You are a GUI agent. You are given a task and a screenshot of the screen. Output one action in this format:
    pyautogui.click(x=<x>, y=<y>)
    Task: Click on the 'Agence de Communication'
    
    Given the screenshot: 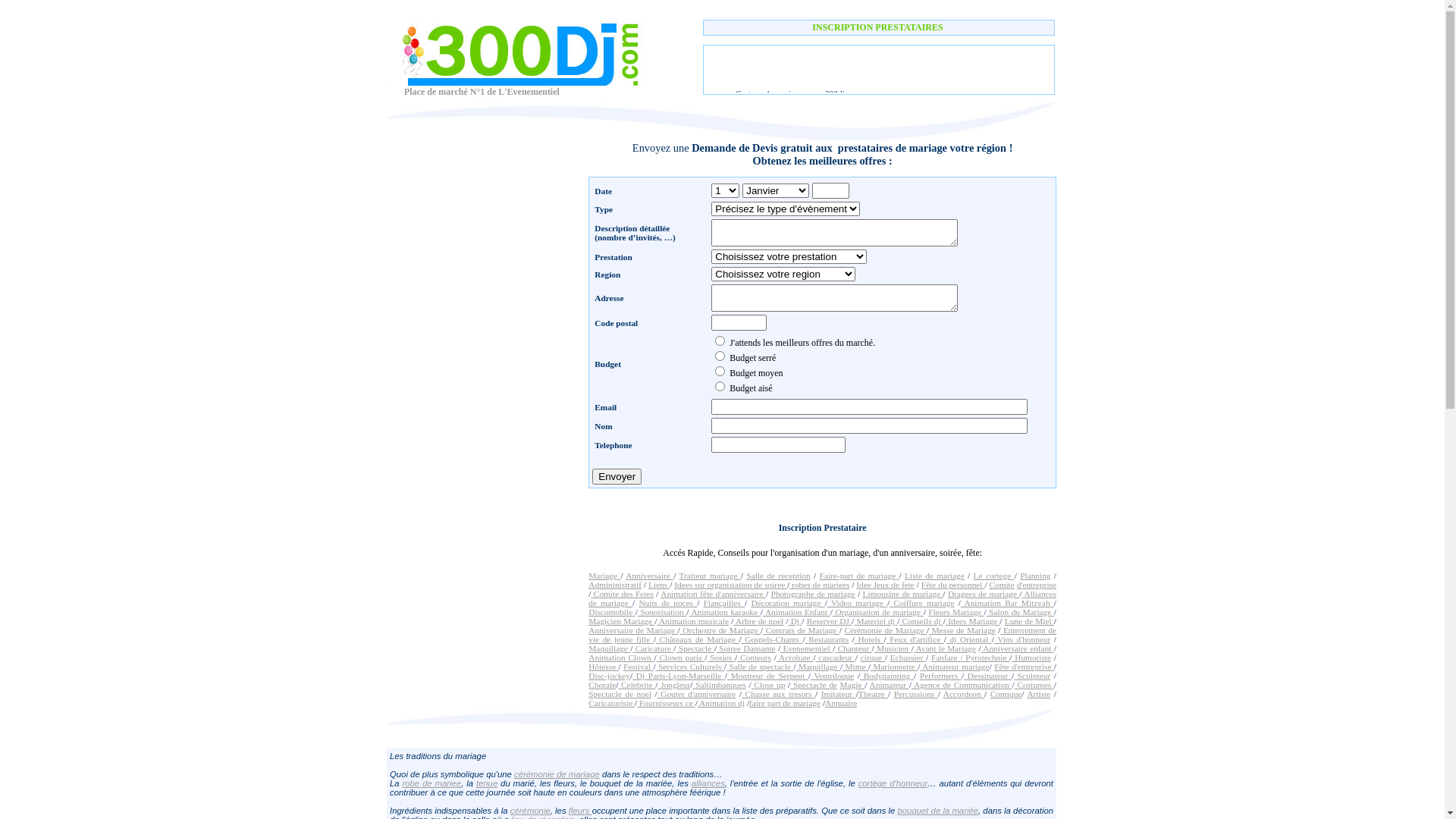 What is the action you would take?
    pyautogui.click(x=961, y=684)
    